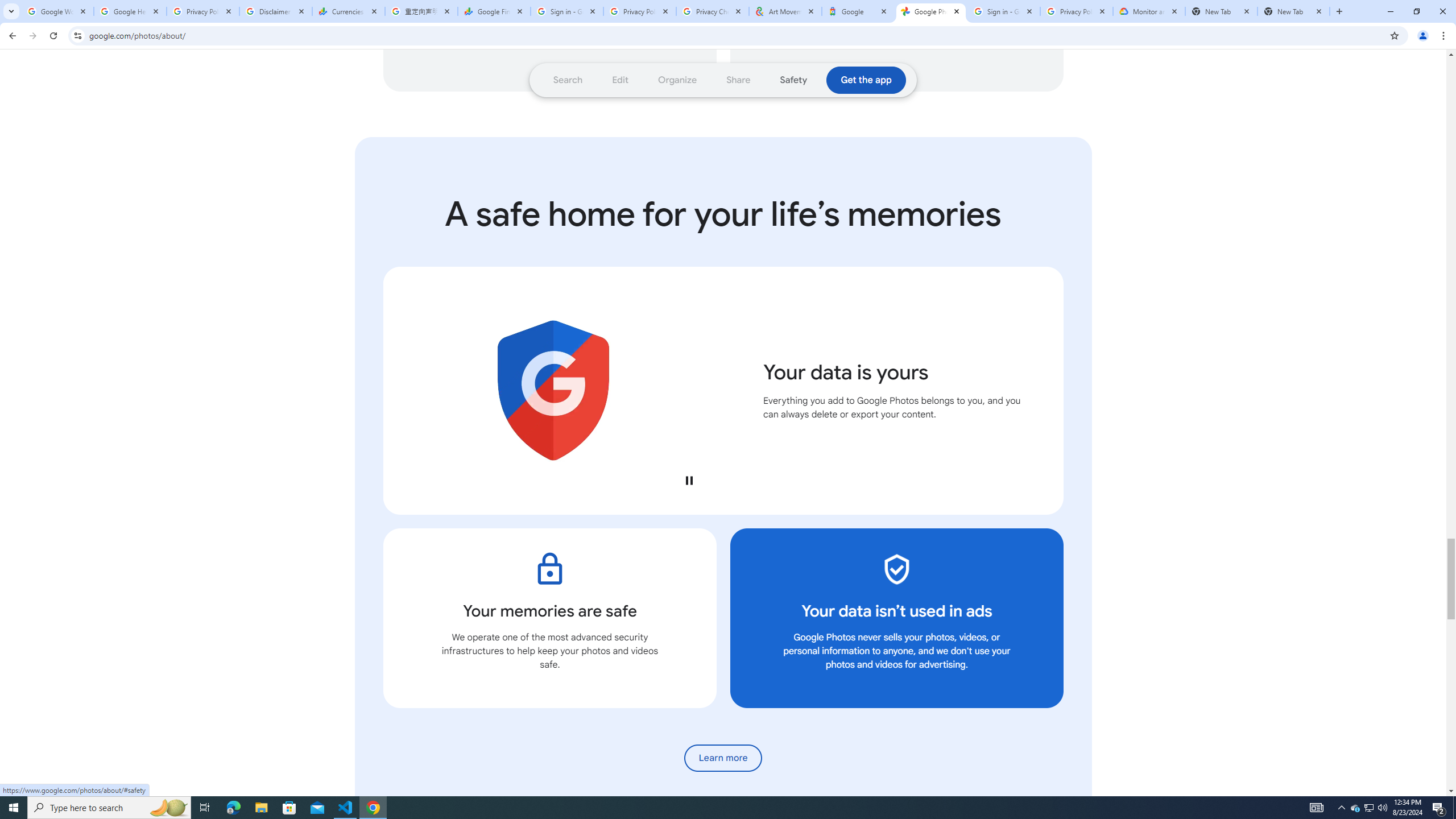 This screenshot has height=819, width=1456. I want to click on 'A checkmark icon.', so click(896, 568).